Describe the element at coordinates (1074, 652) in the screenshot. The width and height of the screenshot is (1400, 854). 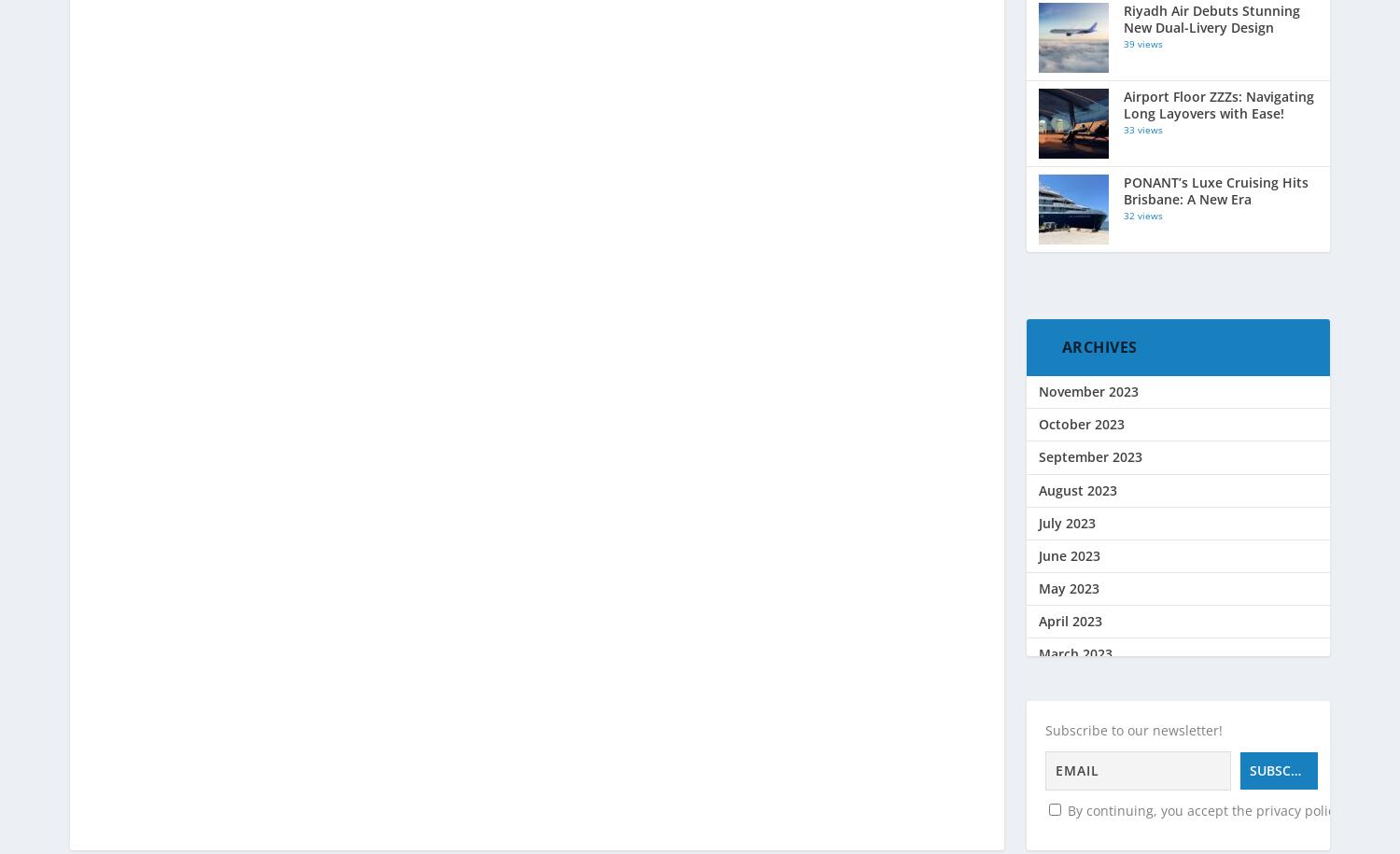
I see `'March 2023'` at that location.